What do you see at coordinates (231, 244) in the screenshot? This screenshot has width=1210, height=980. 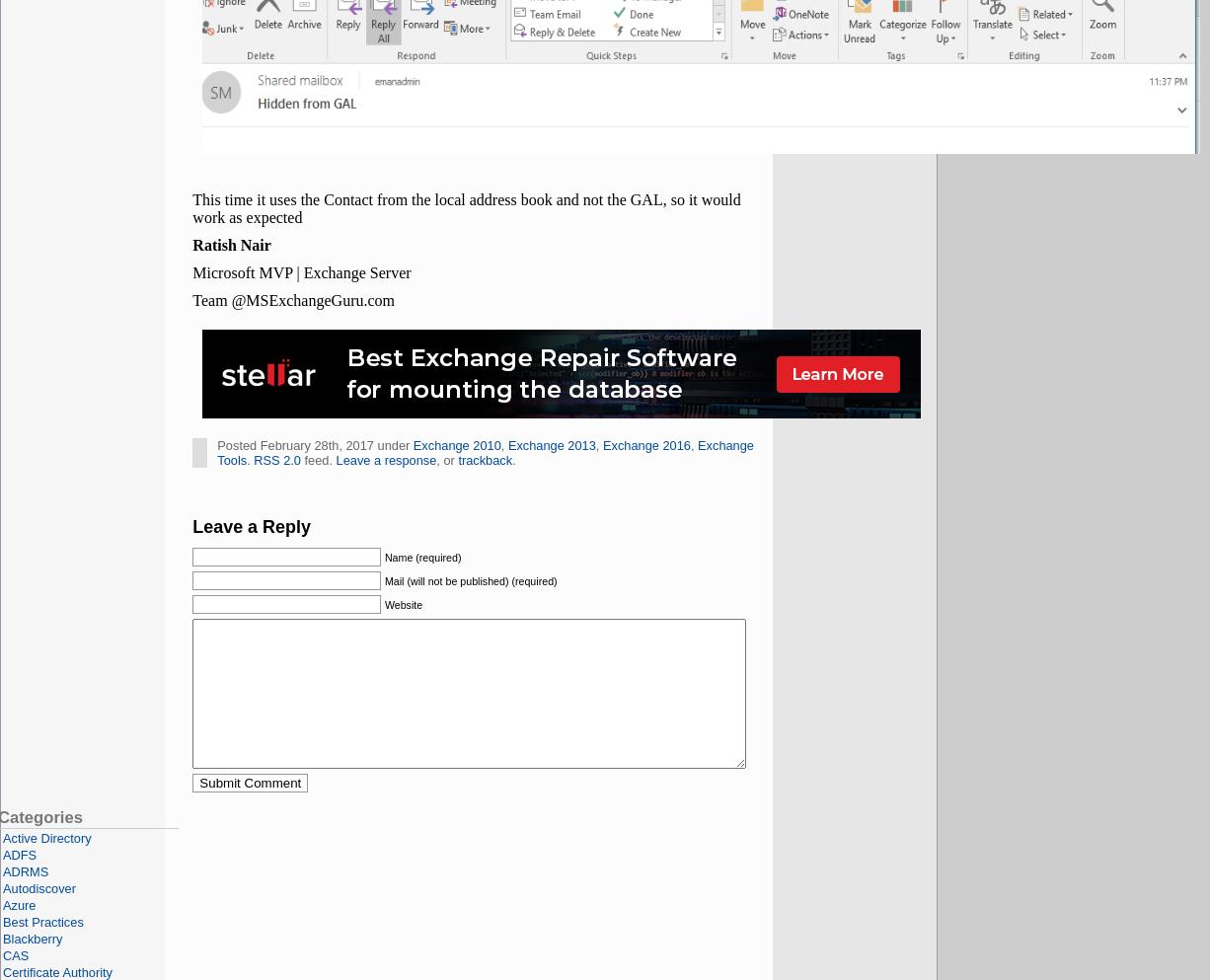 I see `'Ratish Nair'` at bounding box center [231, 244].